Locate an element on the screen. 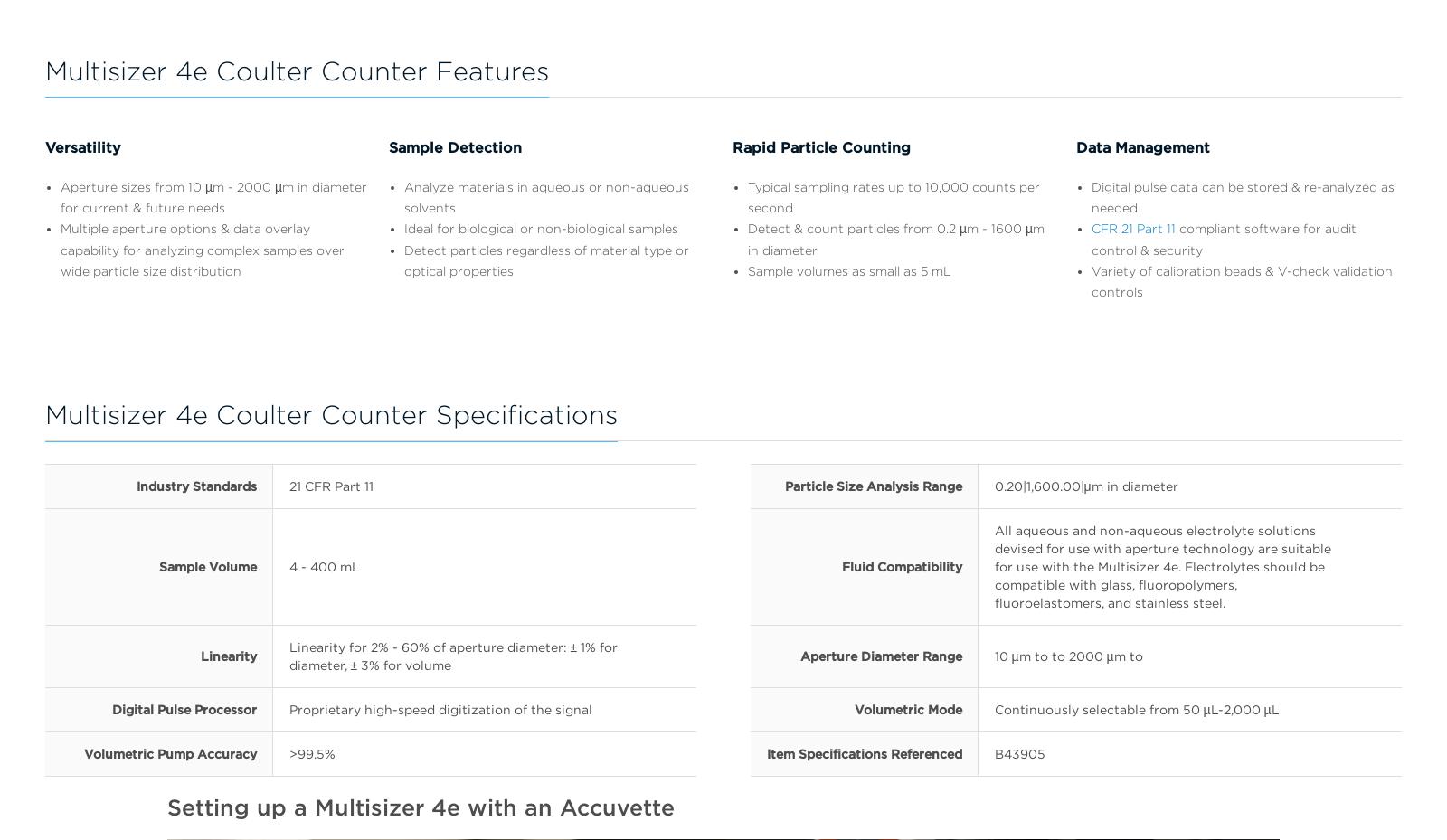 The image size is (1447, 840). 'Linearity for 2% - 60% of aperture diameter: ± 1% for diameter, ± 3% for volume' is located at coordinates (451, 656).